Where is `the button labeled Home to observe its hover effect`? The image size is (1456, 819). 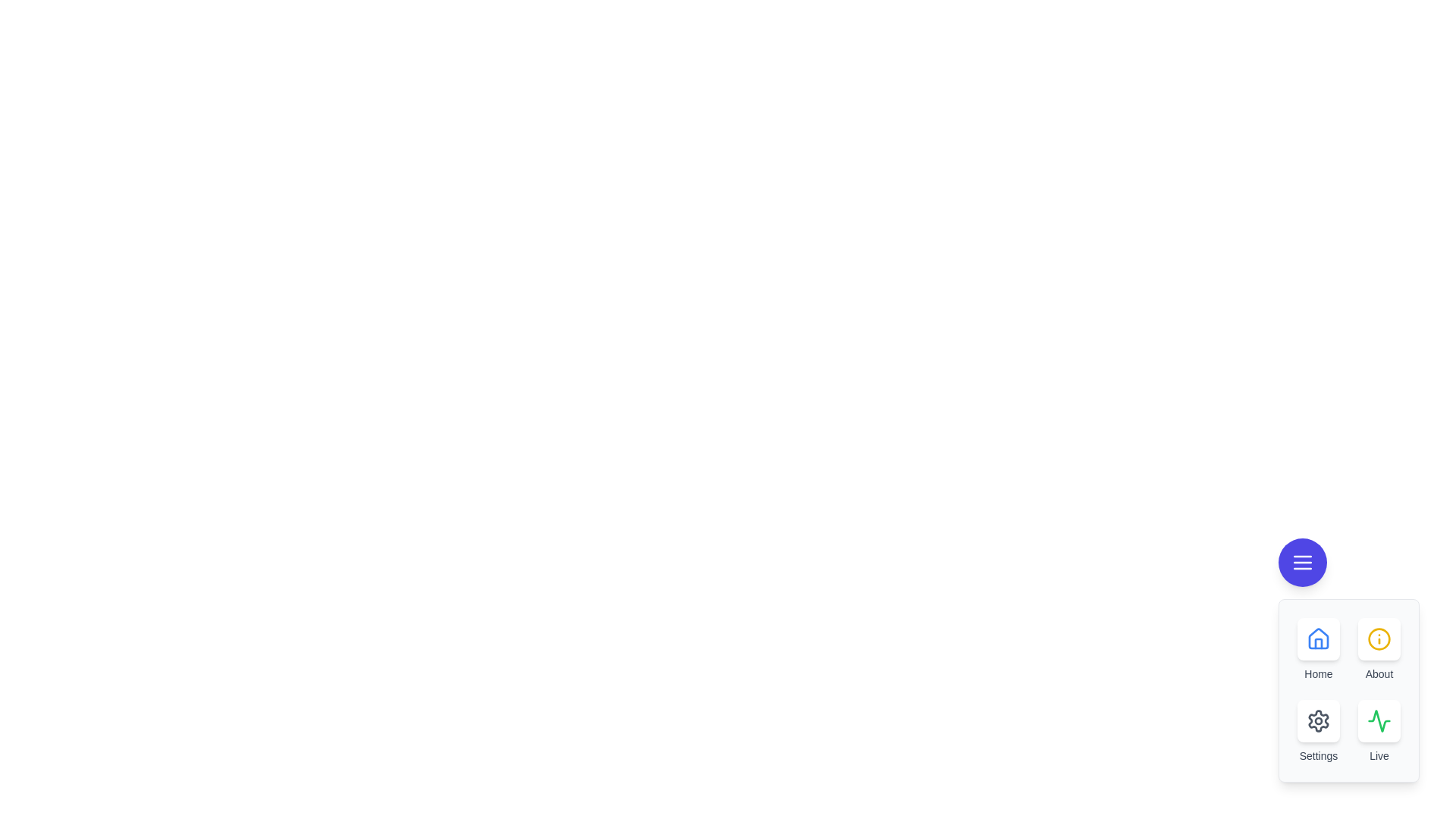 the button labeled Home to observe its hover effect is located at coordinates (1317, 639).